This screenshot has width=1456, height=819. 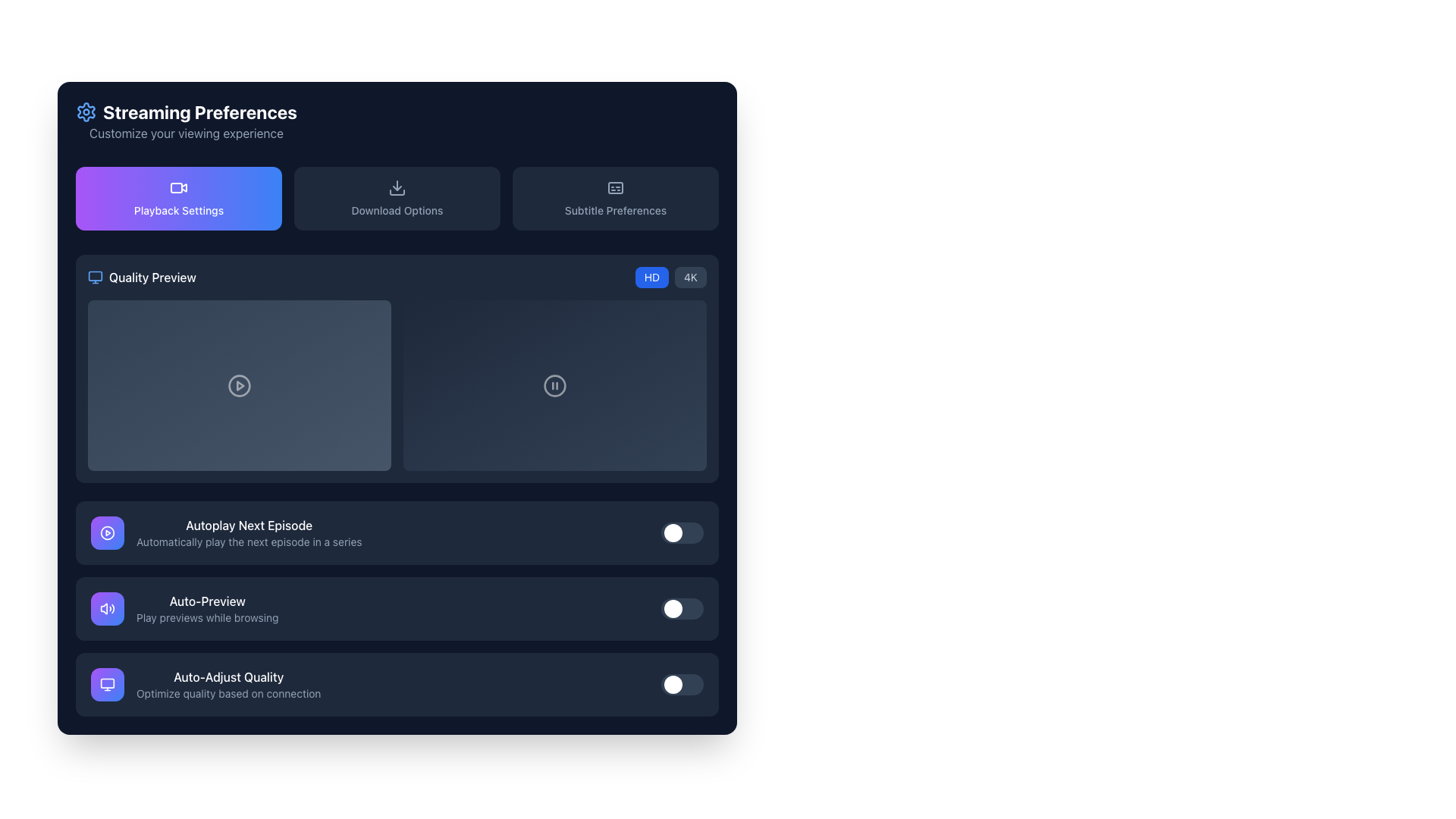 What do you see at coordinates (227, 684) in the screenshot?
I see `the Text Label that describes the 'Auto-Adjust Quality' setting, located below 'Auto-Preview' in the streaming preferences list` at bounding box center [227, 684].